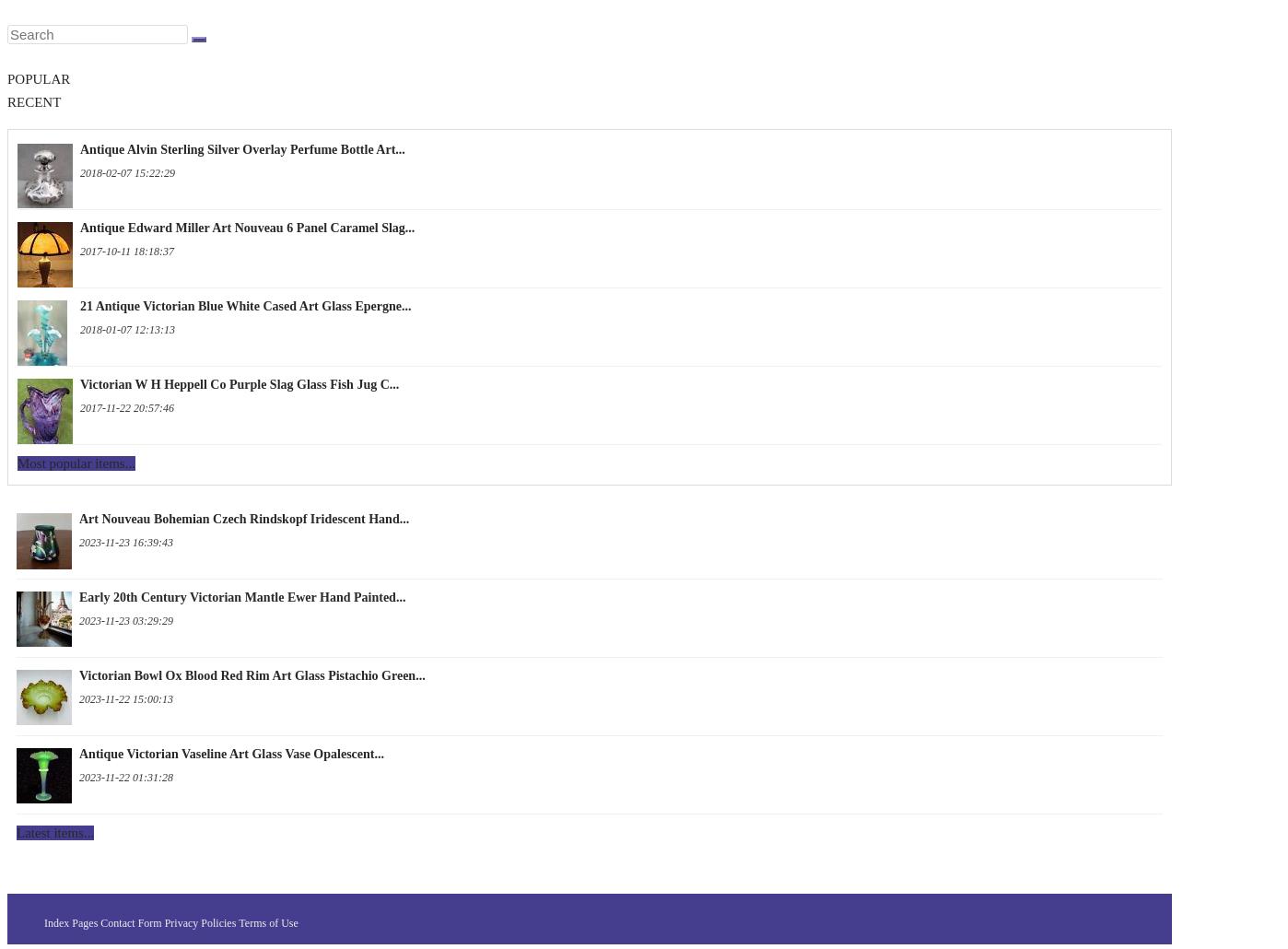 The image size is (1288, 949). Describe the element at coordinates (126, 542) in the screenshot. I see `'2023-11-23 16:39:43'` at that location.